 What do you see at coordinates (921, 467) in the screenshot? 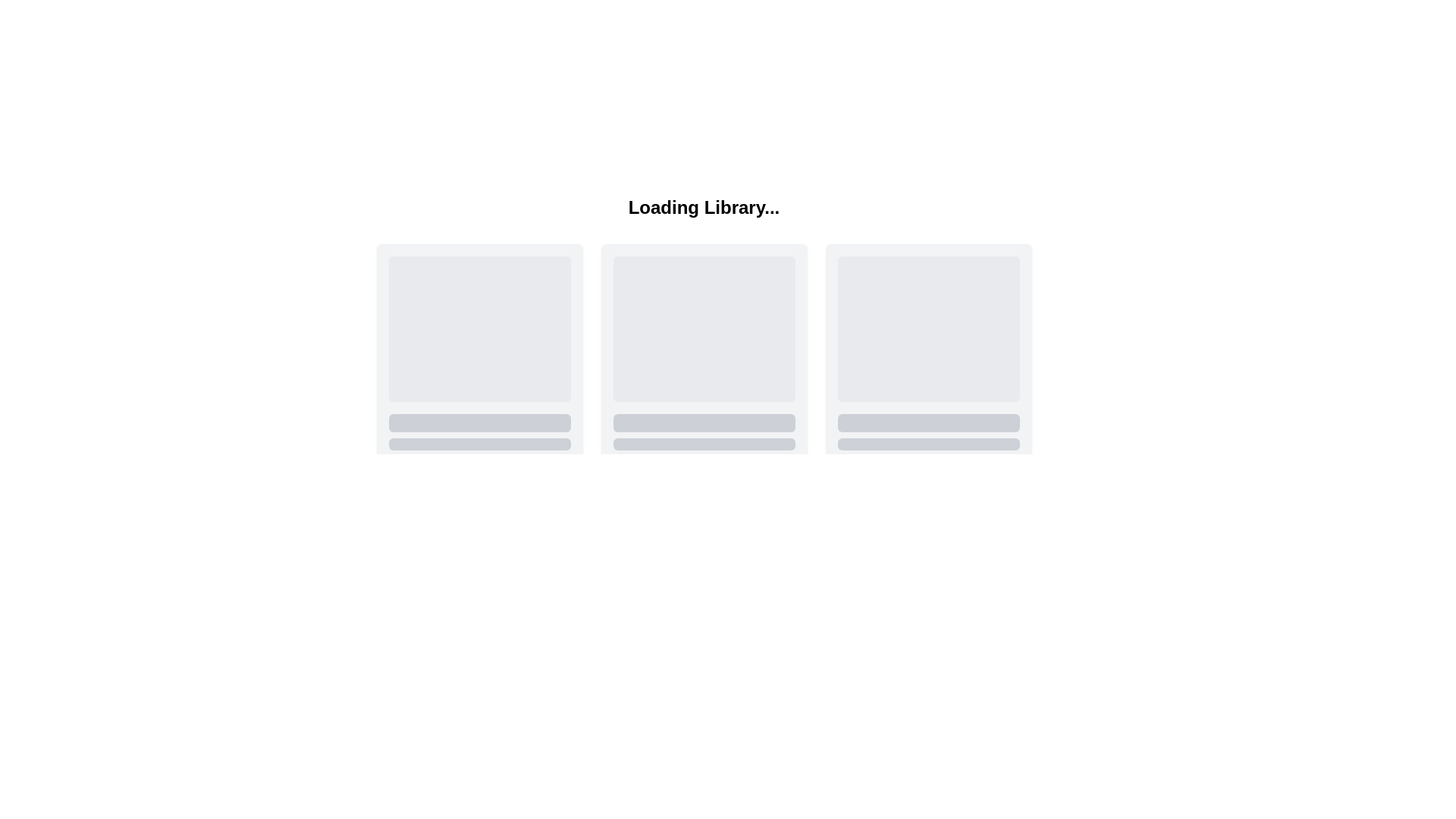
I see `the visual display block located at the bottom-right area of the display, positioned to the right of its sibling element and under a set of uniform UI cards` at bounding box center [921, 467].